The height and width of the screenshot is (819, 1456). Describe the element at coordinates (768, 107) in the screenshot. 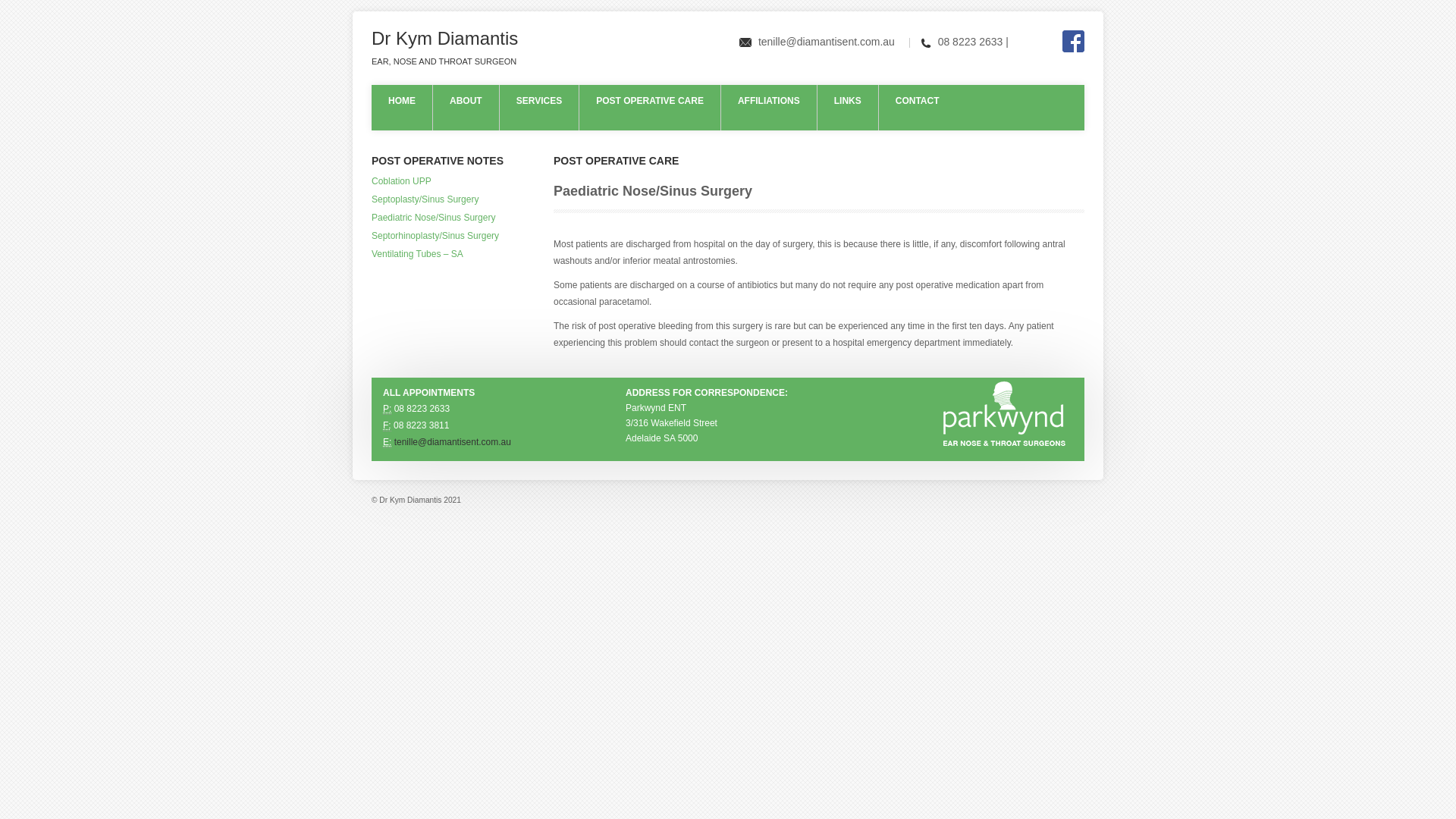

I see `'AFFILIATIONS'` at that location.